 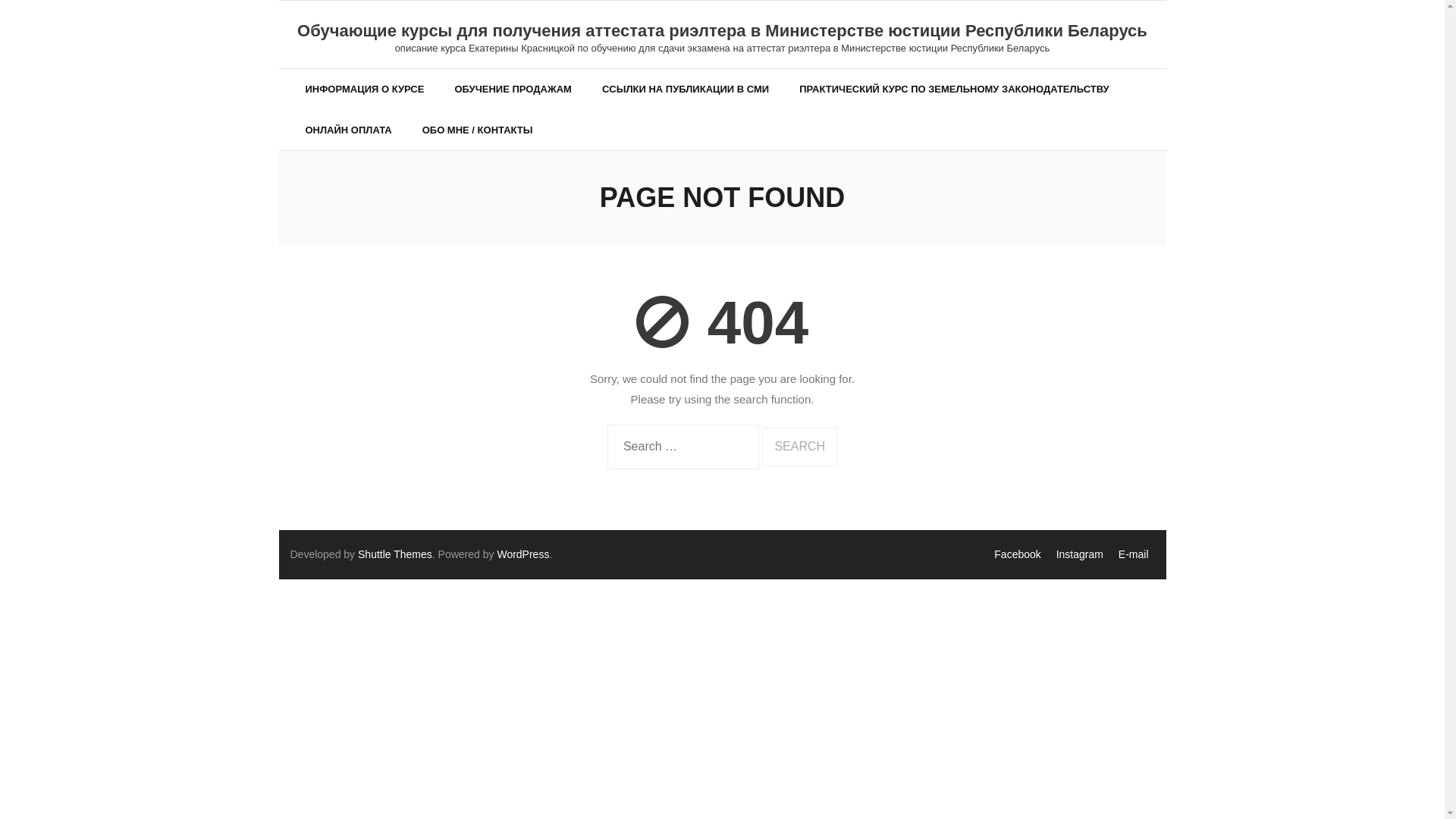 What do you see at coordinates (522, 554) in the screenshot?
I see `'WordPress'` at bounding box center [522, 554].